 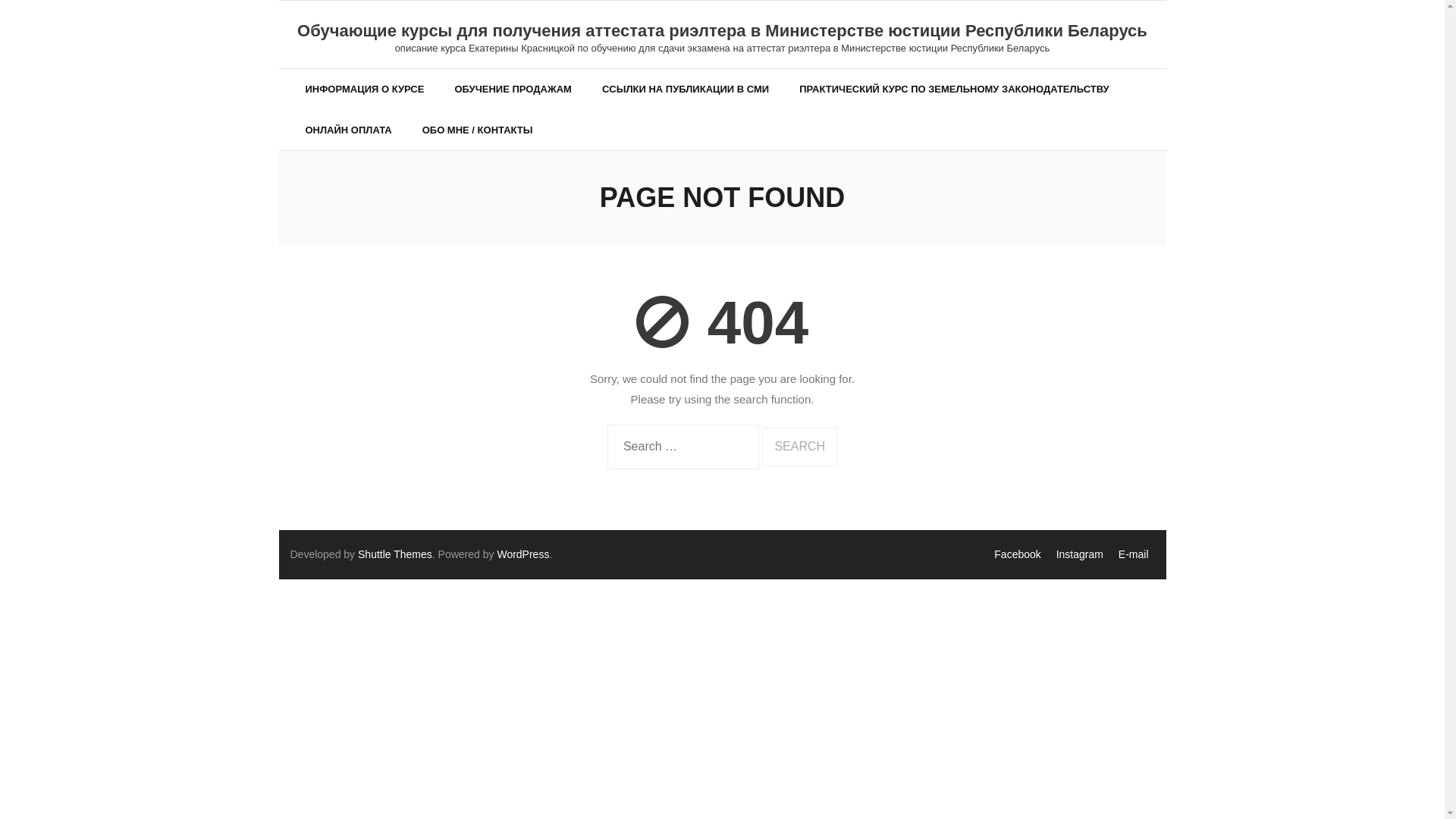 What do you see at coordinates (522, 554) in the screenshot?
I see `'WordPress'` at bounding box center [522, 554].